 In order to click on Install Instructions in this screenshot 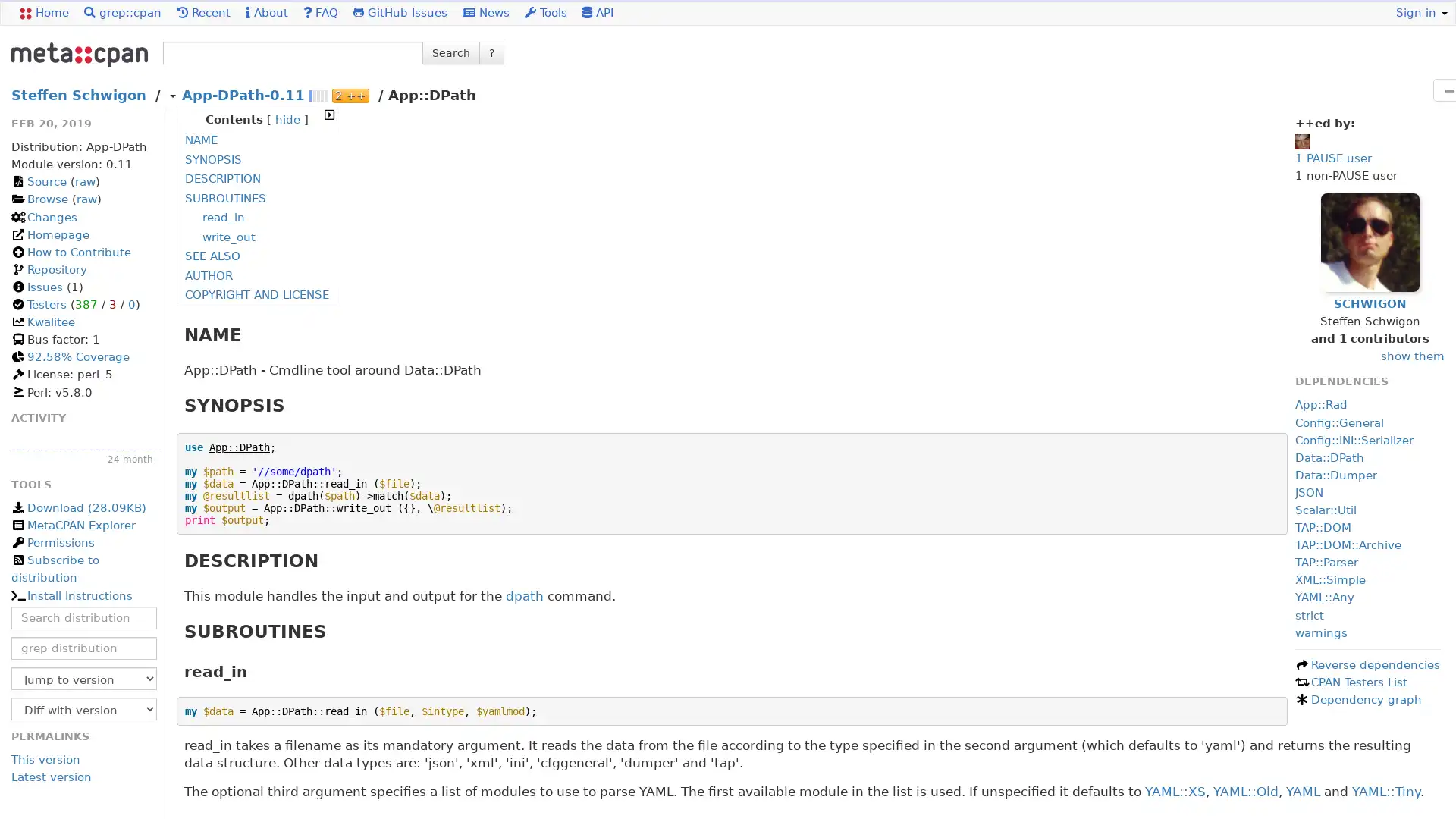, I will do `click(71, 595)`.